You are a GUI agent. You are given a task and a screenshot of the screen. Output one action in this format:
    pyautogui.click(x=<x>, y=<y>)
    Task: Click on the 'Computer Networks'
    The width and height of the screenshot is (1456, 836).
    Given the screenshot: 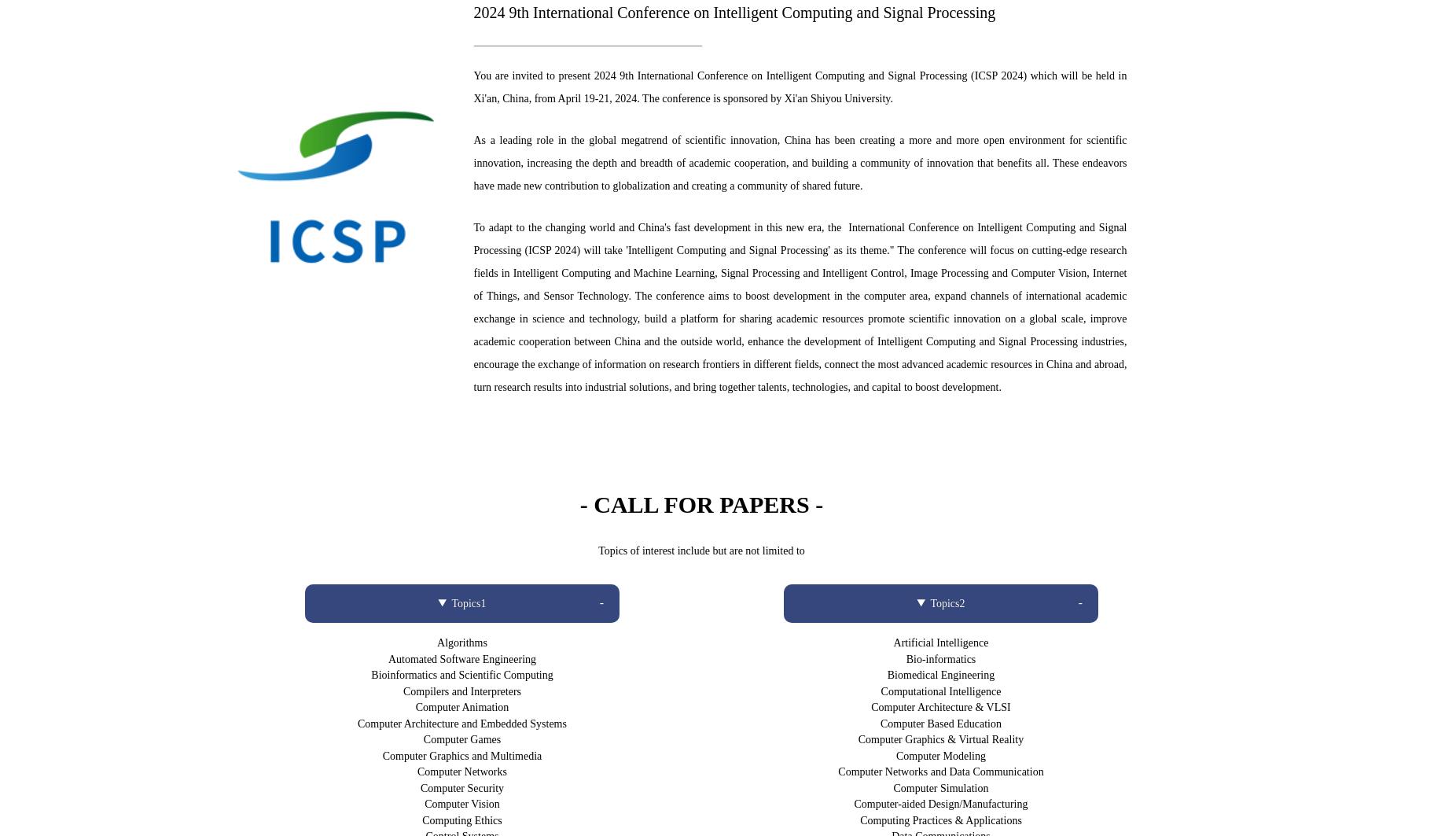 What is the action you would take?
    pyautogui.click(x=461, y=771)
    